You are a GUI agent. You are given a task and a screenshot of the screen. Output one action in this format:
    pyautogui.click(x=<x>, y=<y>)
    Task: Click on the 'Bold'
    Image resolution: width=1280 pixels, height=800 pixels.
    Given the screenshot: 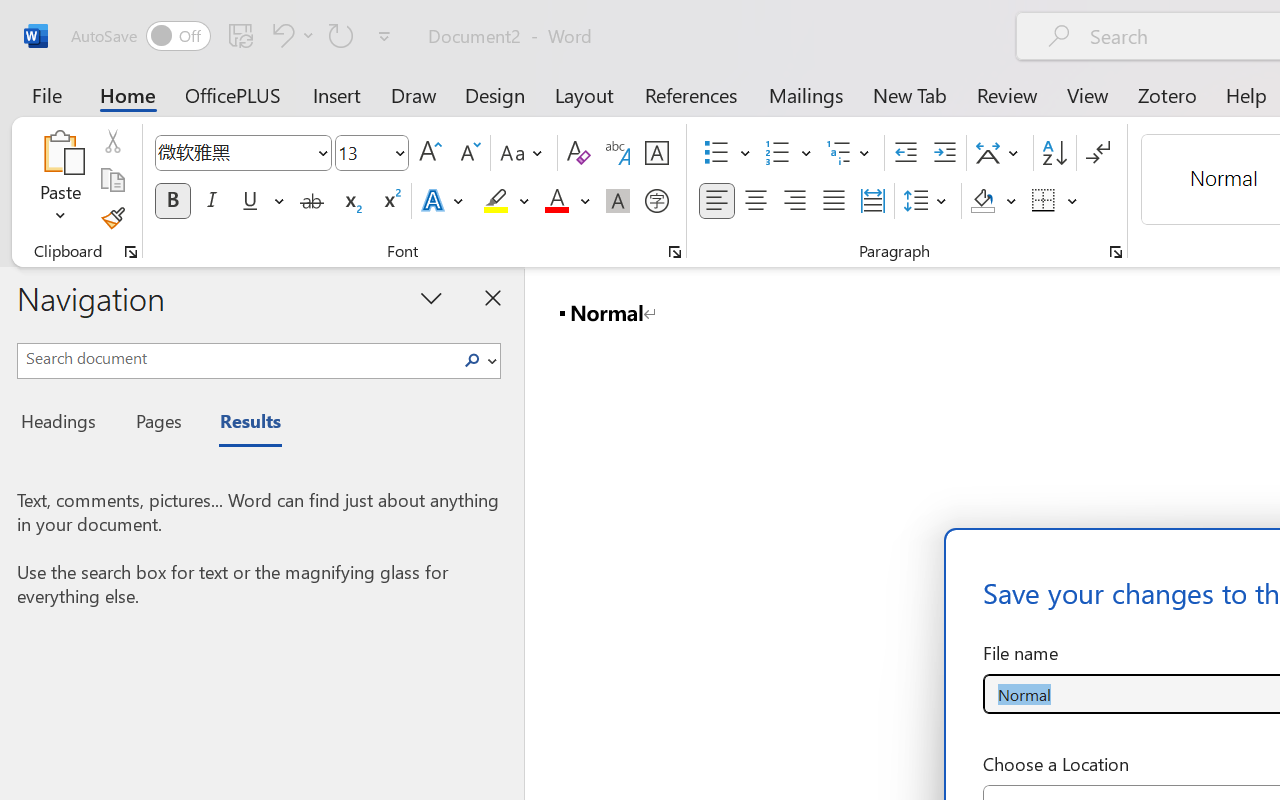 What is the action you would take?
    pyautogui.click(x=172, y=201)
    